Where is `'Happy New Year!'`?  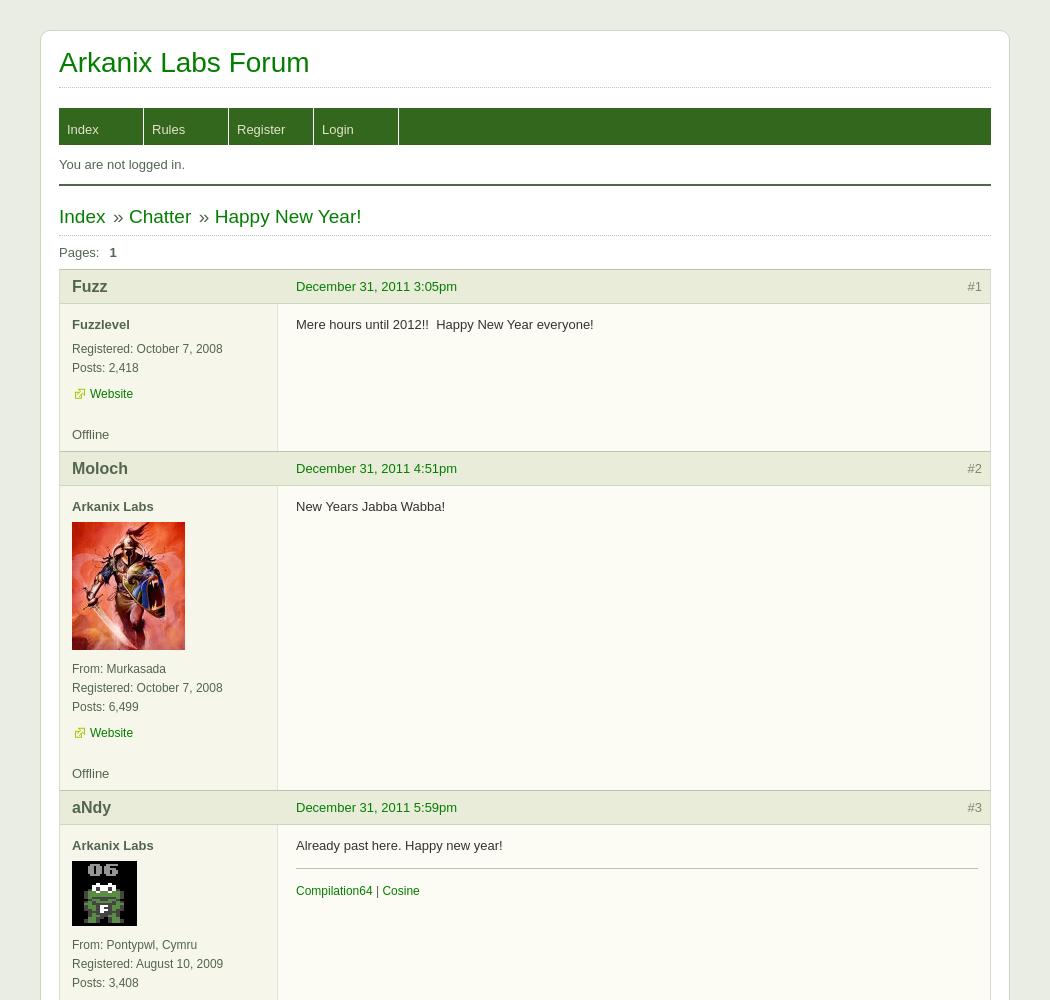 'Happy New Year!' is located at coordinates (212, 215).